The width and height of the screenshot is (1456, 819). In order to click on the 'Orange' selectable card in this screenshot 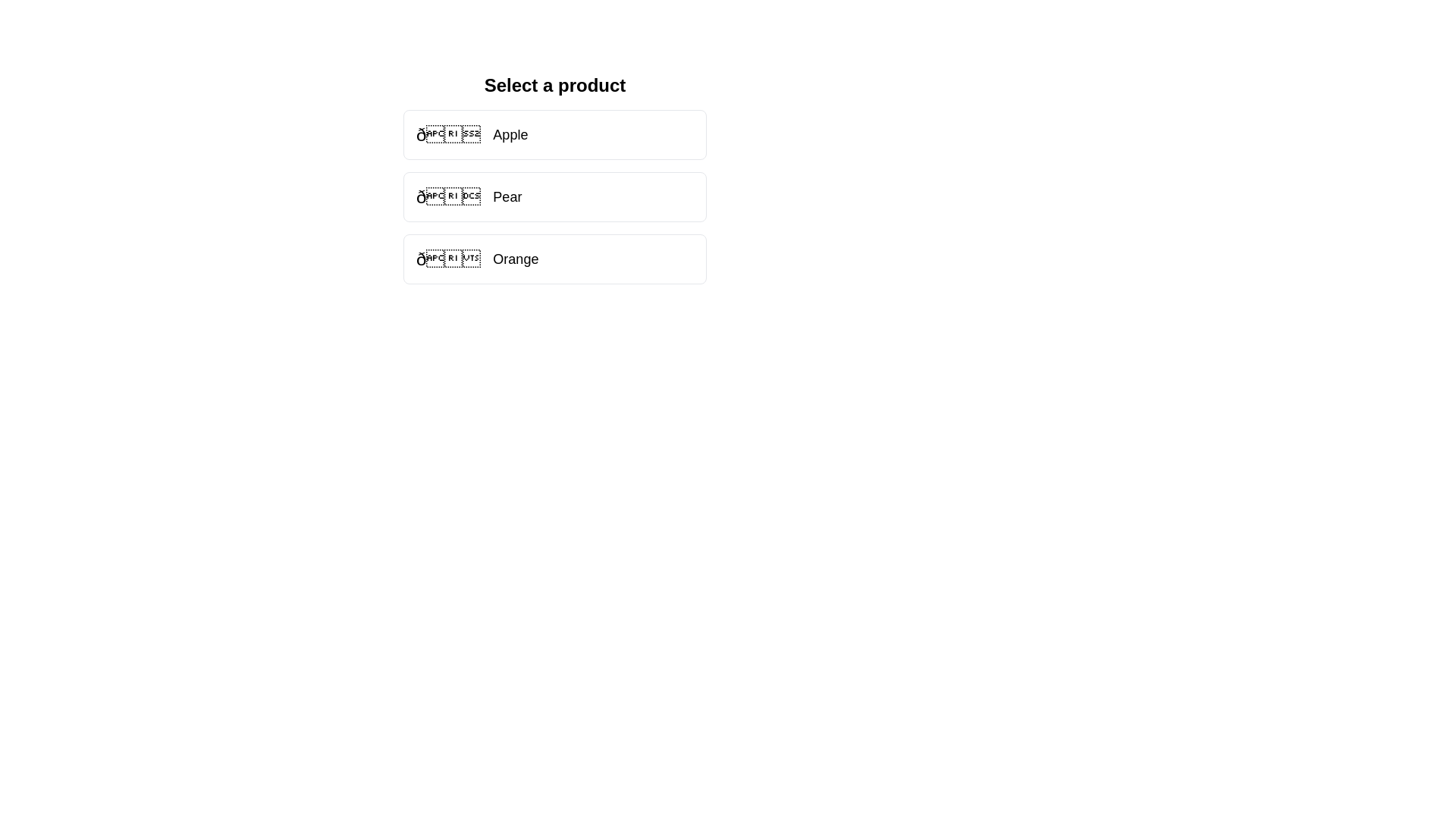, I will do `click(554, 259)`.